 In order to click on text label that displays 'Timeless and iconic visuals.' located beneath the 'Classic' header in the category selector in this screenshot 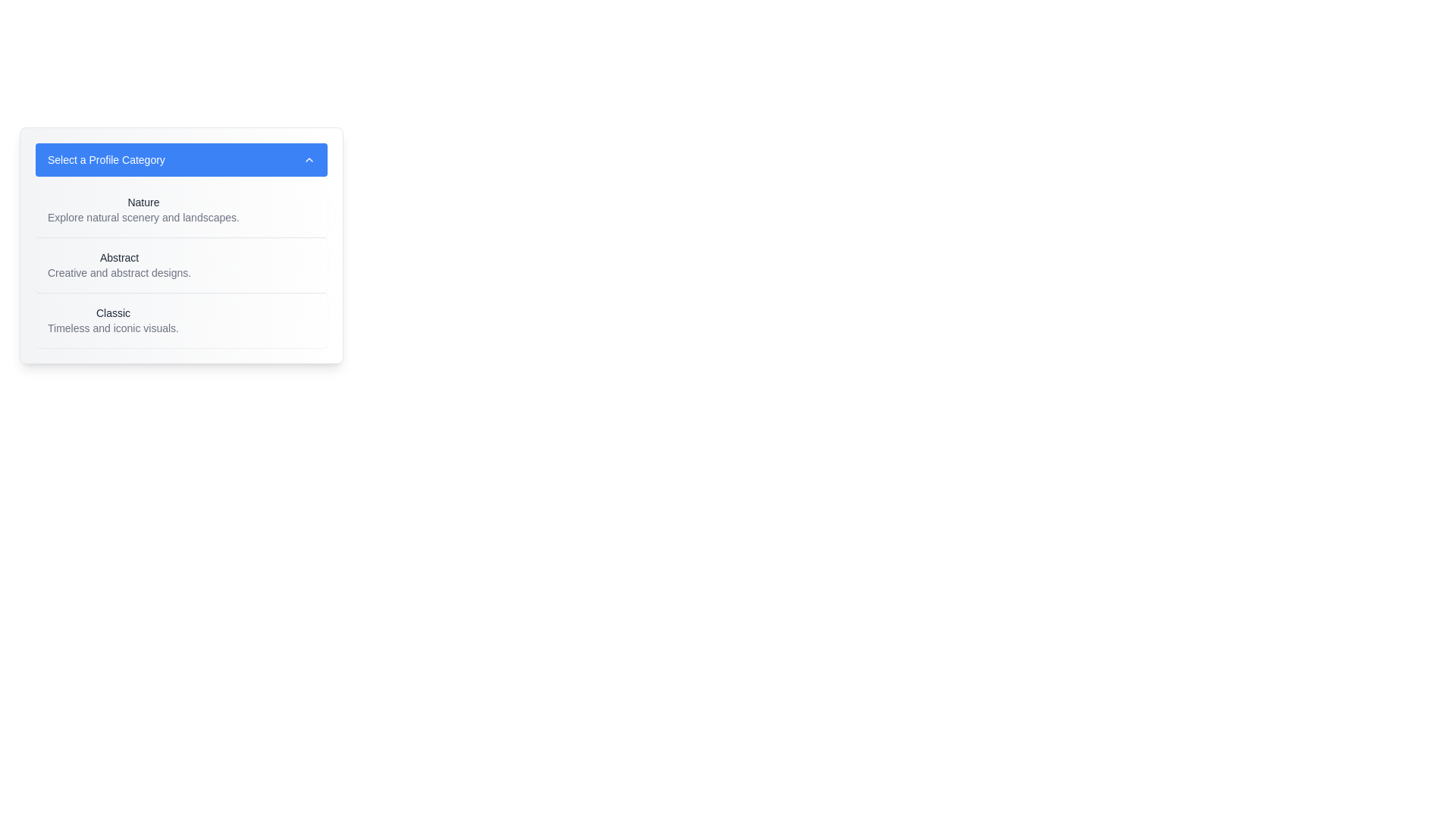, I will do `click(112, 327)`.